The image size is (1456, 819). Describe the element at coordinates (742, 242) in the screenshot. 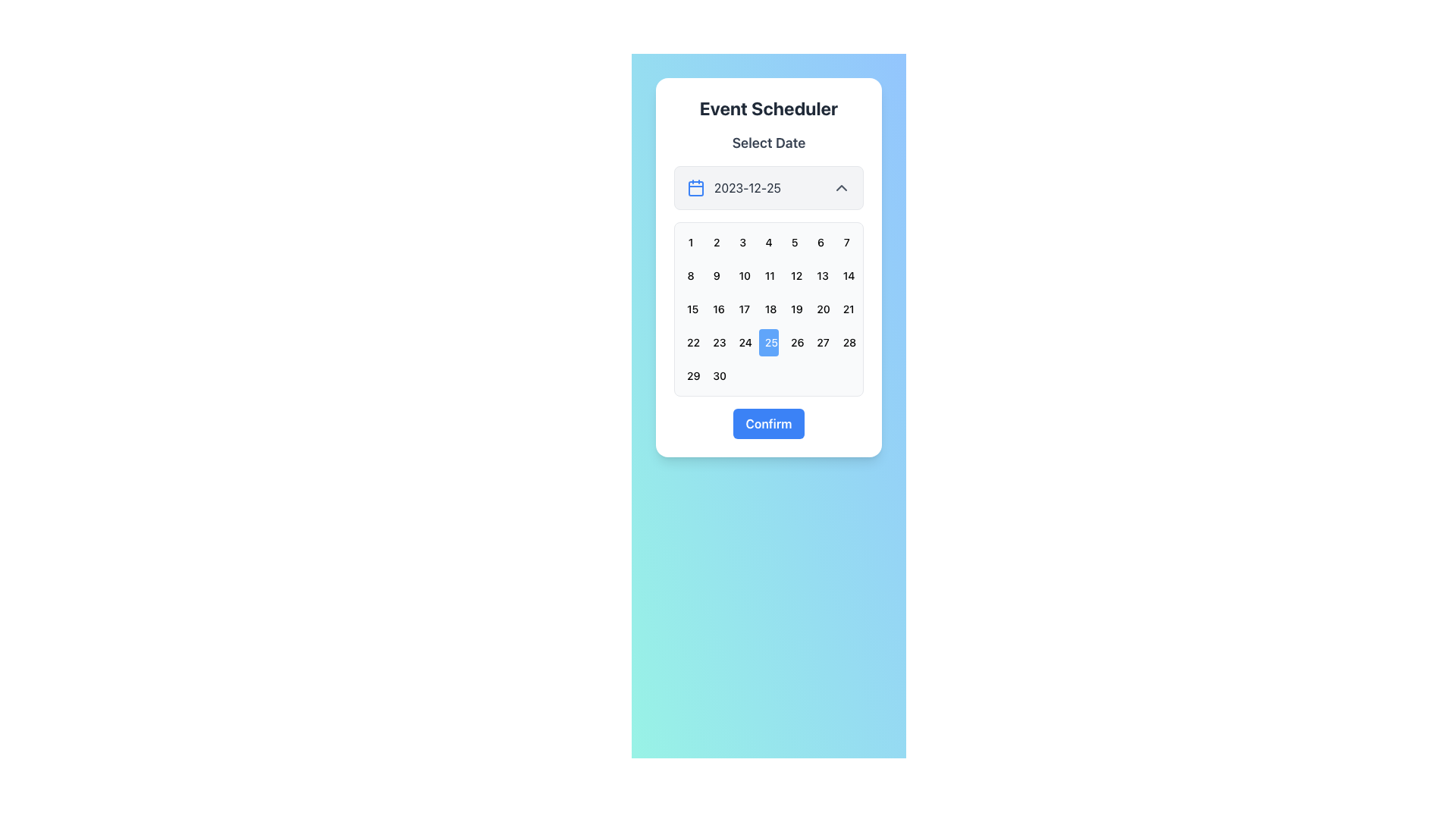

I see `the button displaying the text '3', which is the third item in the first row of a 7-column grid layout` at that location.